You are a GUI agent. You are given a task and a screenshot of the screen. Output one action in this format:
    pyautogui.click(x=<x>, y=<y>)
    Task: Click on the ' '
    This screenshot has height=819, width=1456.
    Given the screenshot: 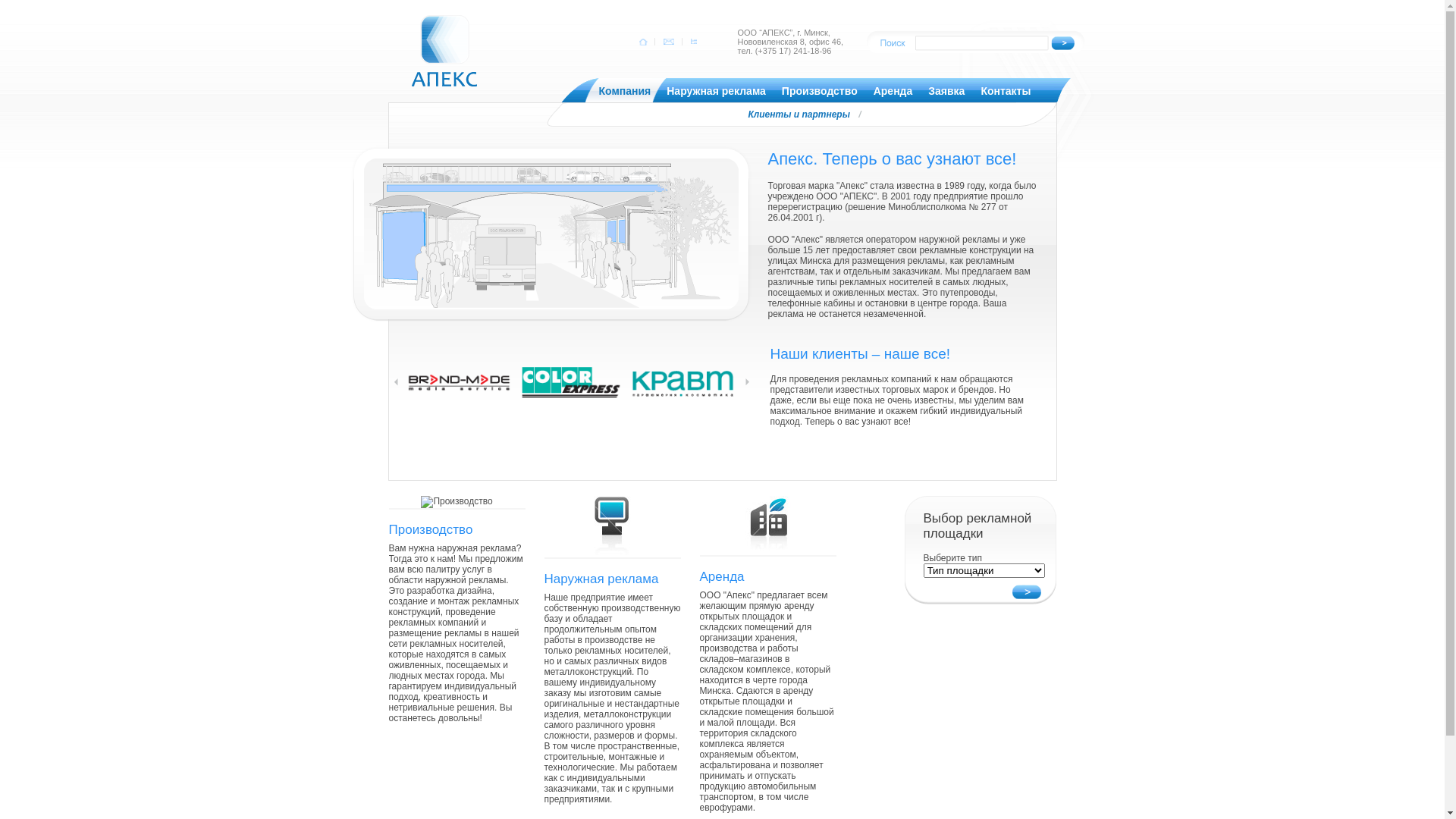 What is the action you would take?
    pyautogui.click(x=643, y=40)
    